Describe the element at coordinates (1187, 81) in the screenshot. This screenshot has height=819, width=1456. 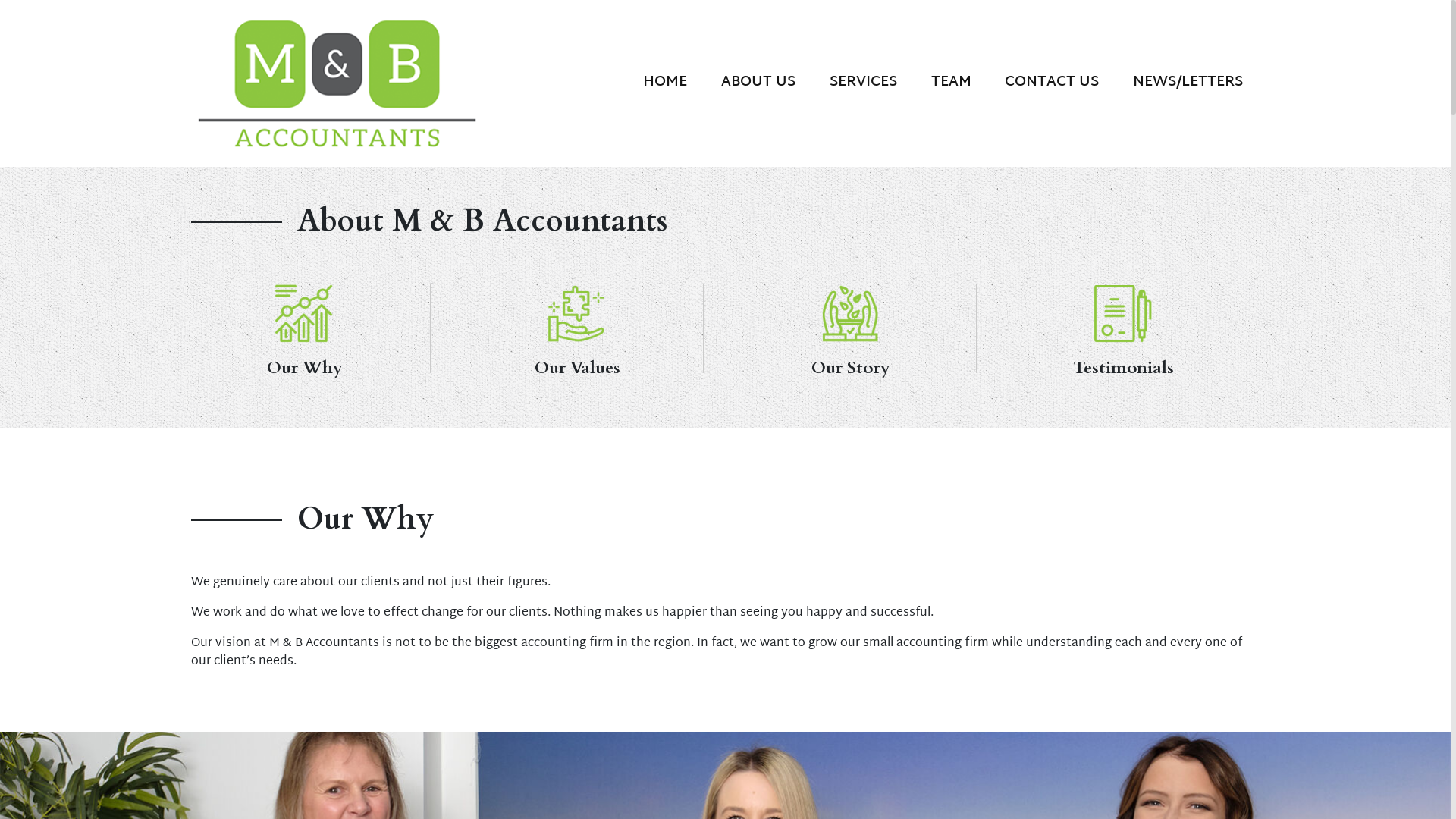
I see `'NEWS/LETTERS'` at that location.